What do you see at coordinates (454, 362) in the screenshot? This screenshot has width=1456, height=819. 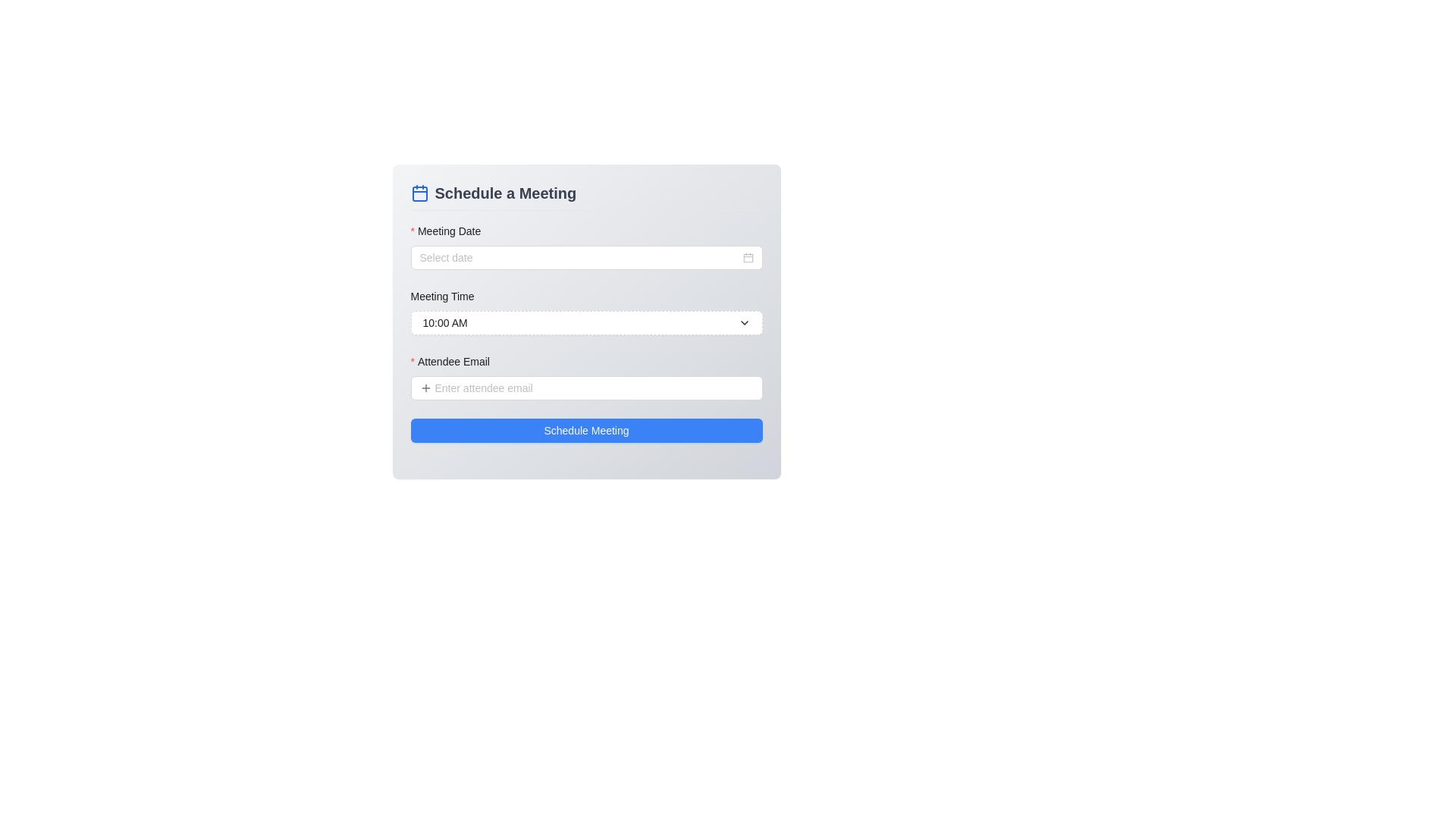 I see `the label for the attendee email input field in the 'Schedule a Meeting' form, which indicates the purpose of the input and that it is required` at bounding box center [454, 362].